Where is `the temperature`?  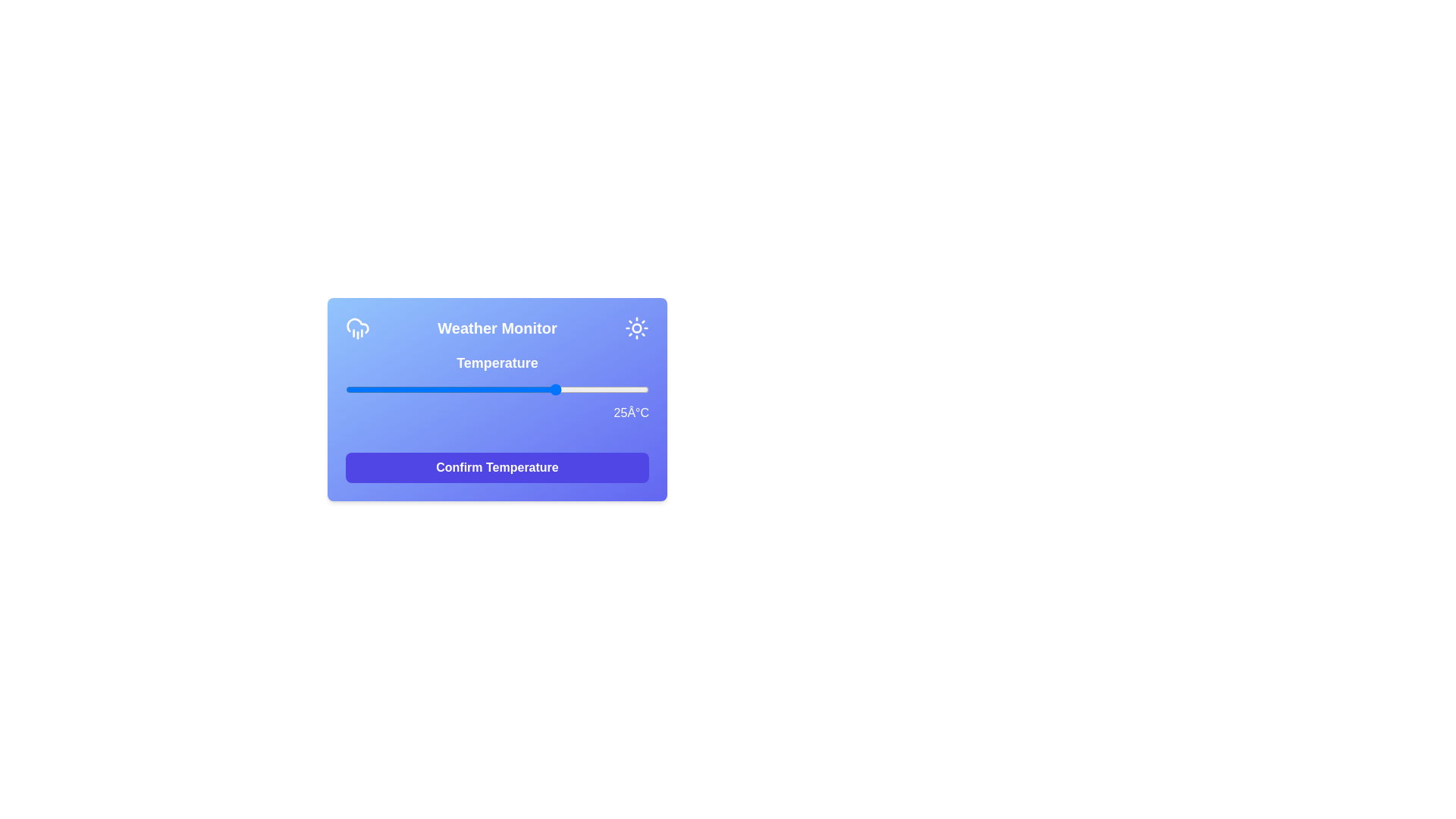 the temperature is located at coordinates (534, 388).